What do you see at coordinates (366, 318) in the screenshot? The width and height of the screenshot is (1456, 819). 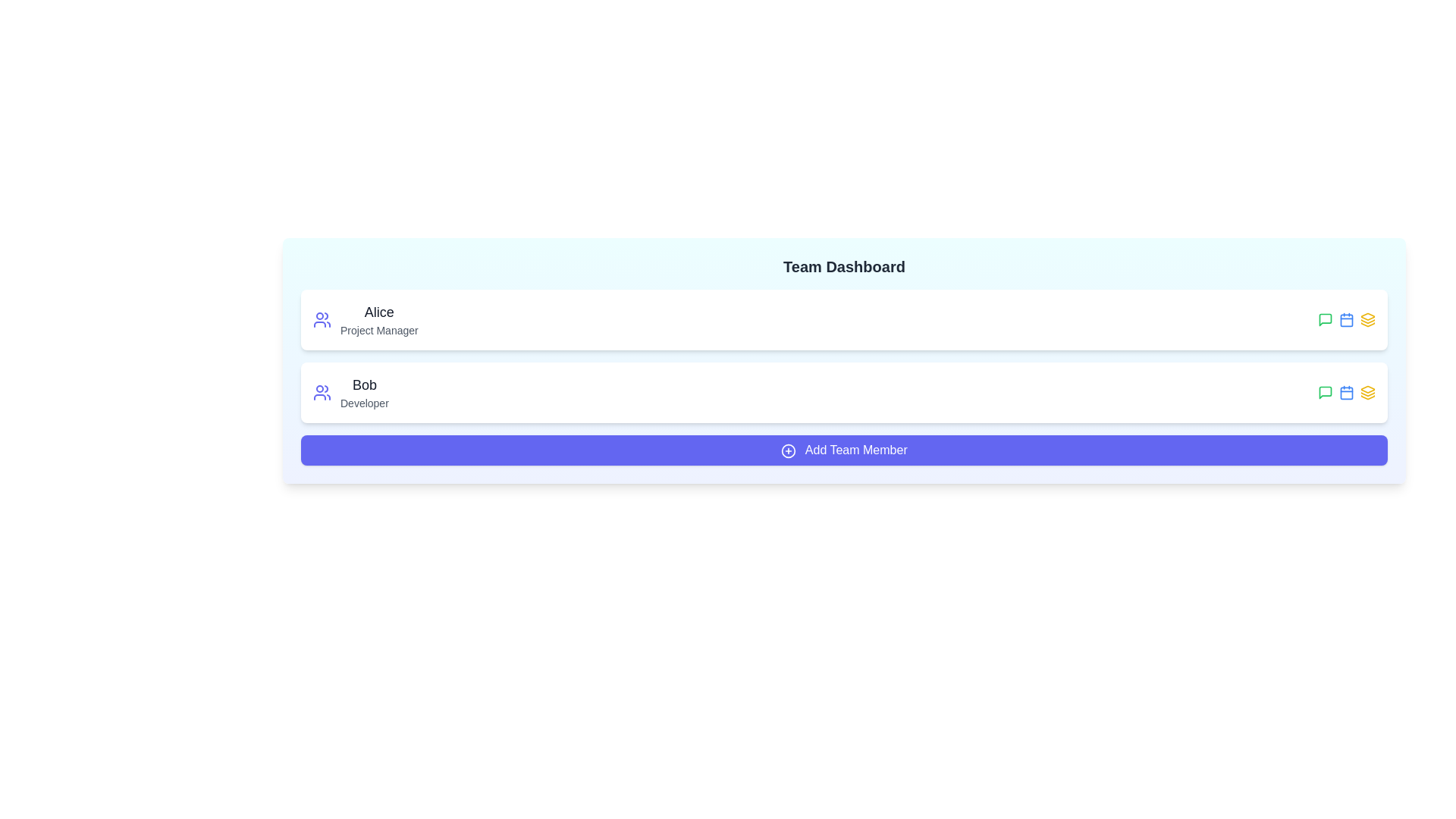 I see `the Profile card representing 'Alice', the Project Manager` at bounding box center [366, 318].